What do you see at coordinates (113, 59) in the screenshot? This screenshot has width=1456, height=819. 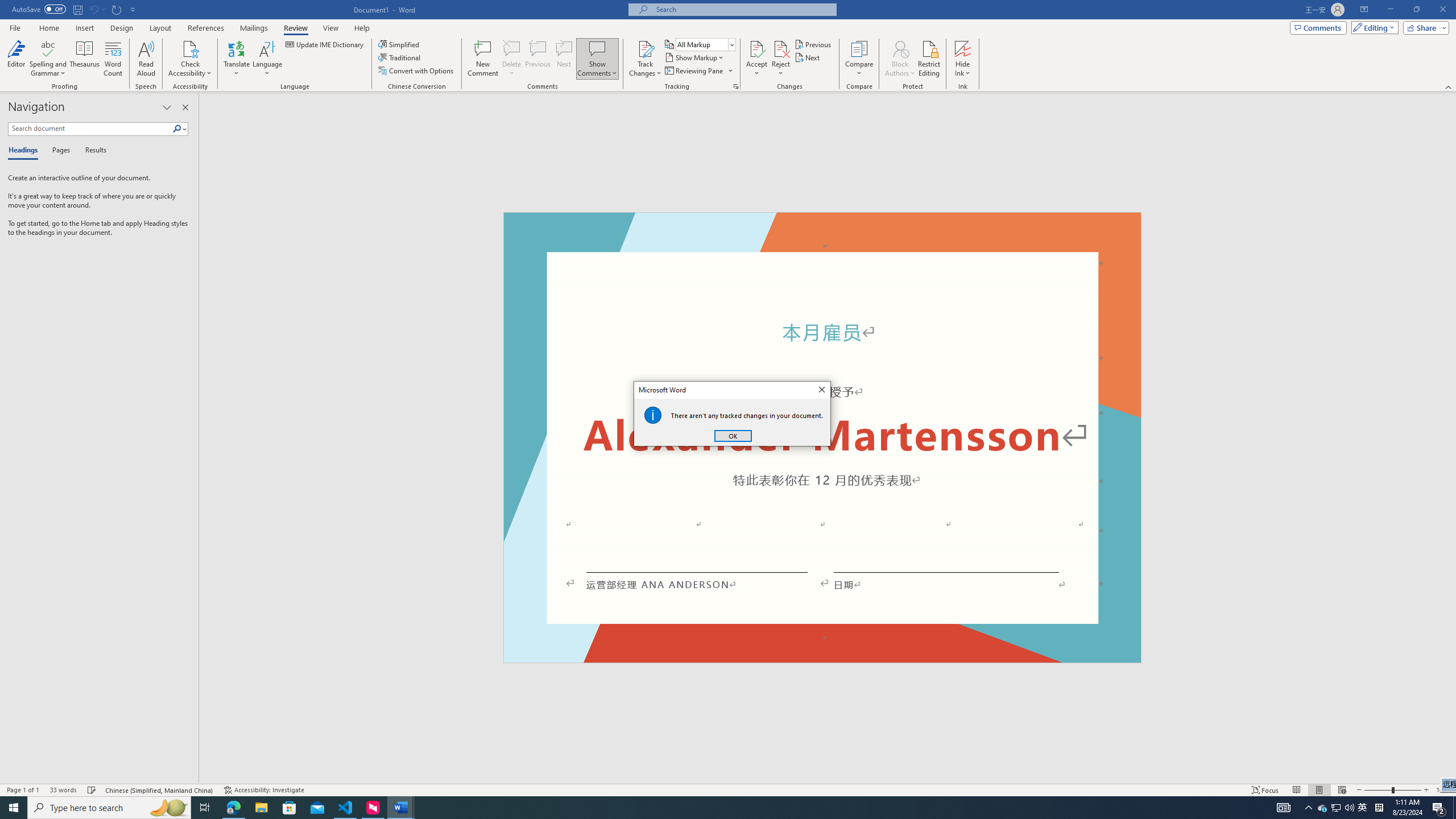 I see `'Word Count'` at bounding box center [113, 59].